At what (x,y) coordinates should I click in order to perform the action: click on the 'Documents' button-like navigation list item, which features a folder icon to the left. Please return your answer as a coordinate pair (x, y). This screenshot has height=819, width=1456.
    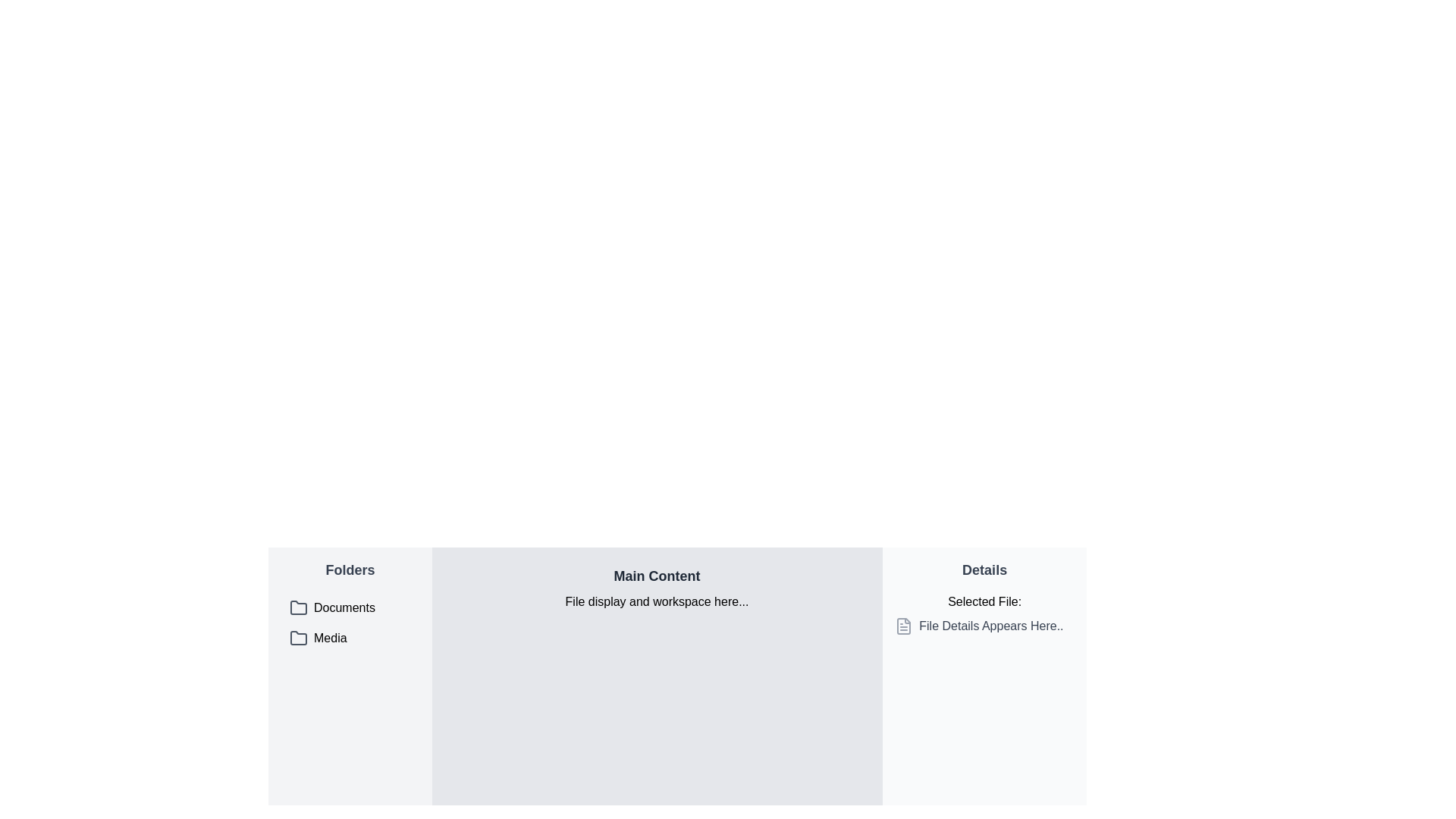
    Looking at the image, I should click on (349, 607).